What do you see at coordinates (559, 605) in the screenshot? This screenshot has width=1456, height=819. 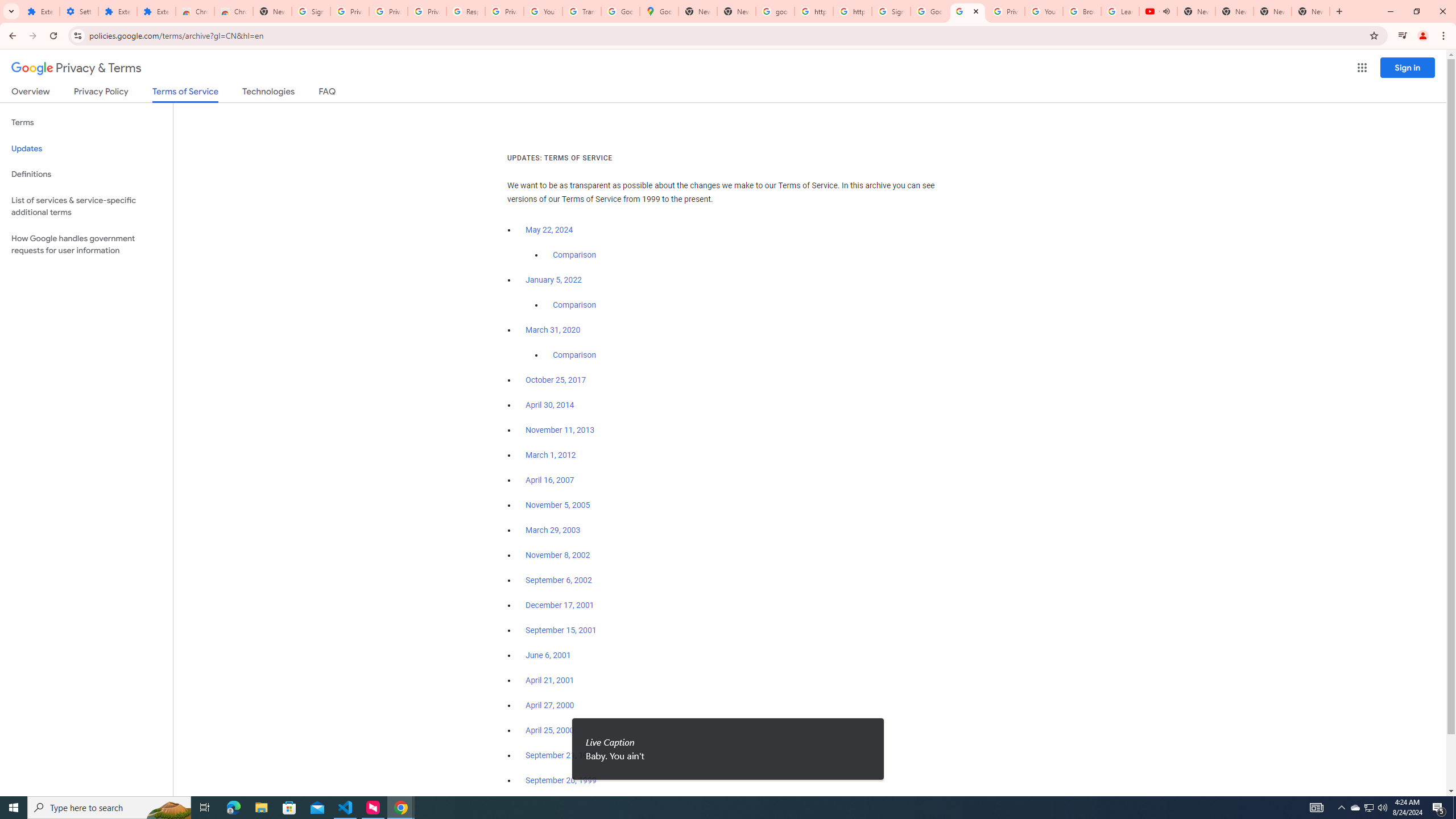 I see `'December 17, 2001'` at bounding box center [559, 605].